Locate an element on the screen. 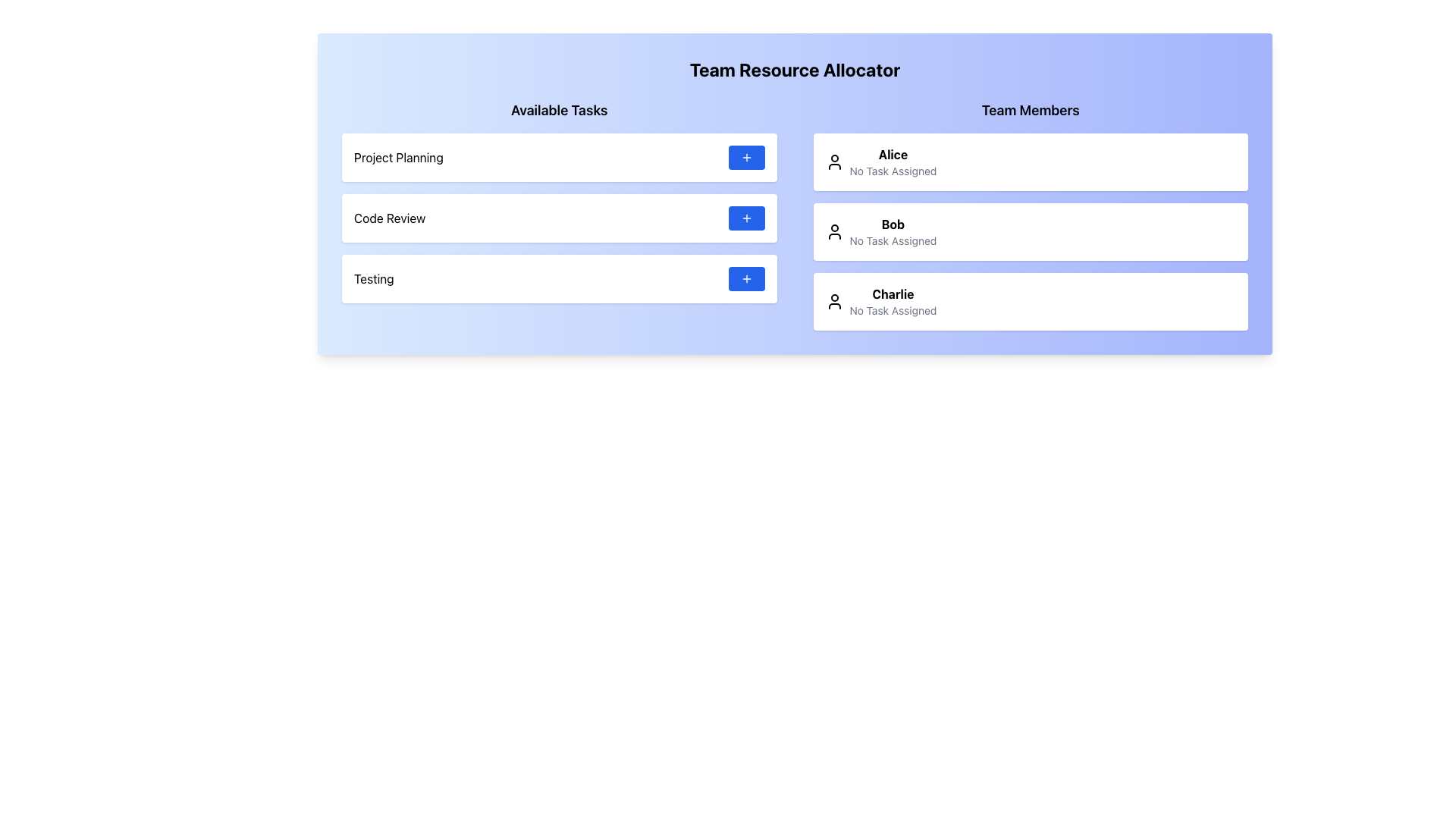 The width and height of the screenshot is (1456, 819). the static text element that indicates no tasks have been assigned to Charlie, located in the third box under the 'Team Members' section, directly below the bold text 'Charlie.' is located at coordinates (893, 309).